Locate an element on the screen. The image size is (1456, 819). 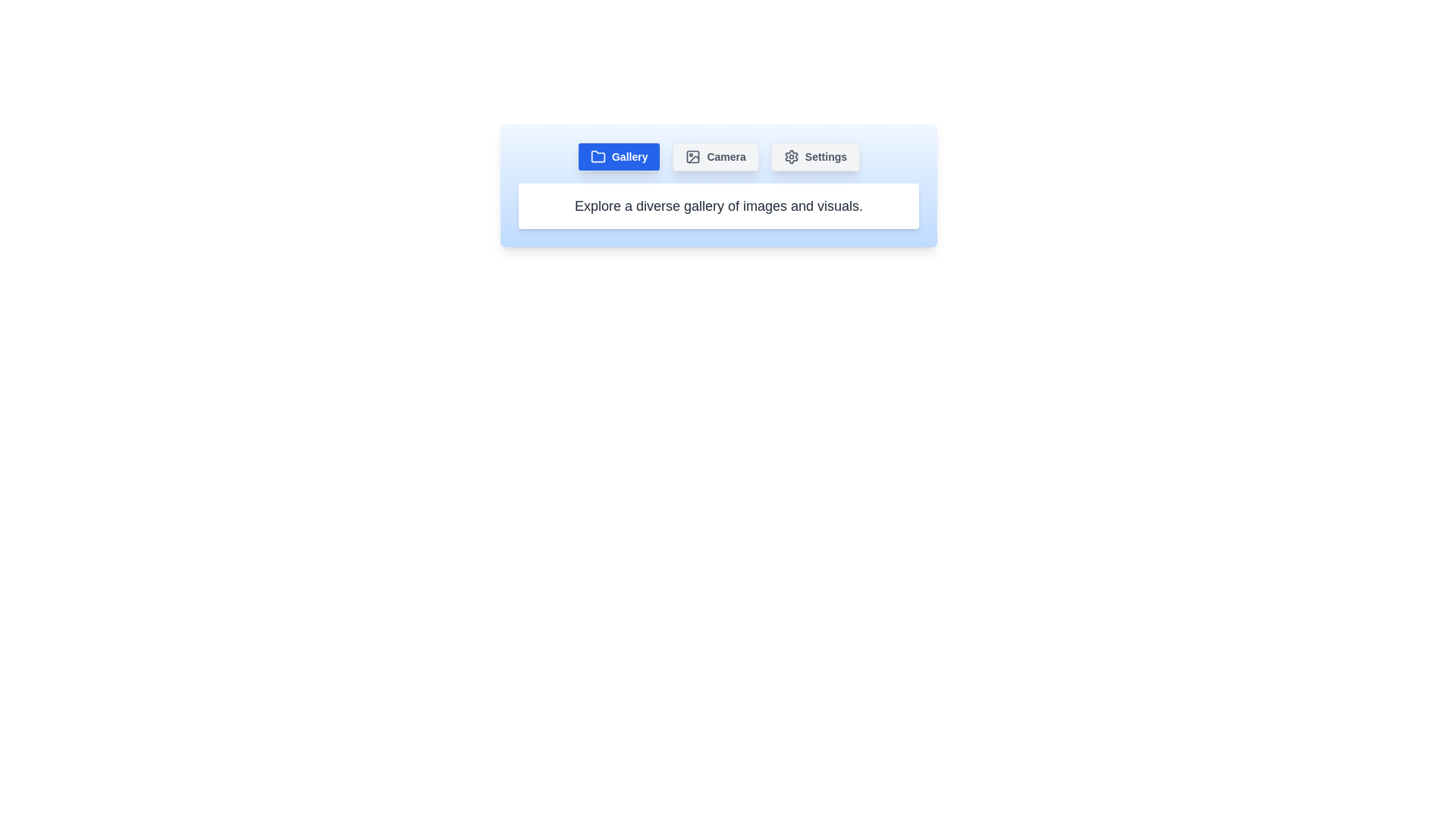
the cogwheel-shaped icon representing settings located in the top-right section of the interface is located at coordinates (790, 157).